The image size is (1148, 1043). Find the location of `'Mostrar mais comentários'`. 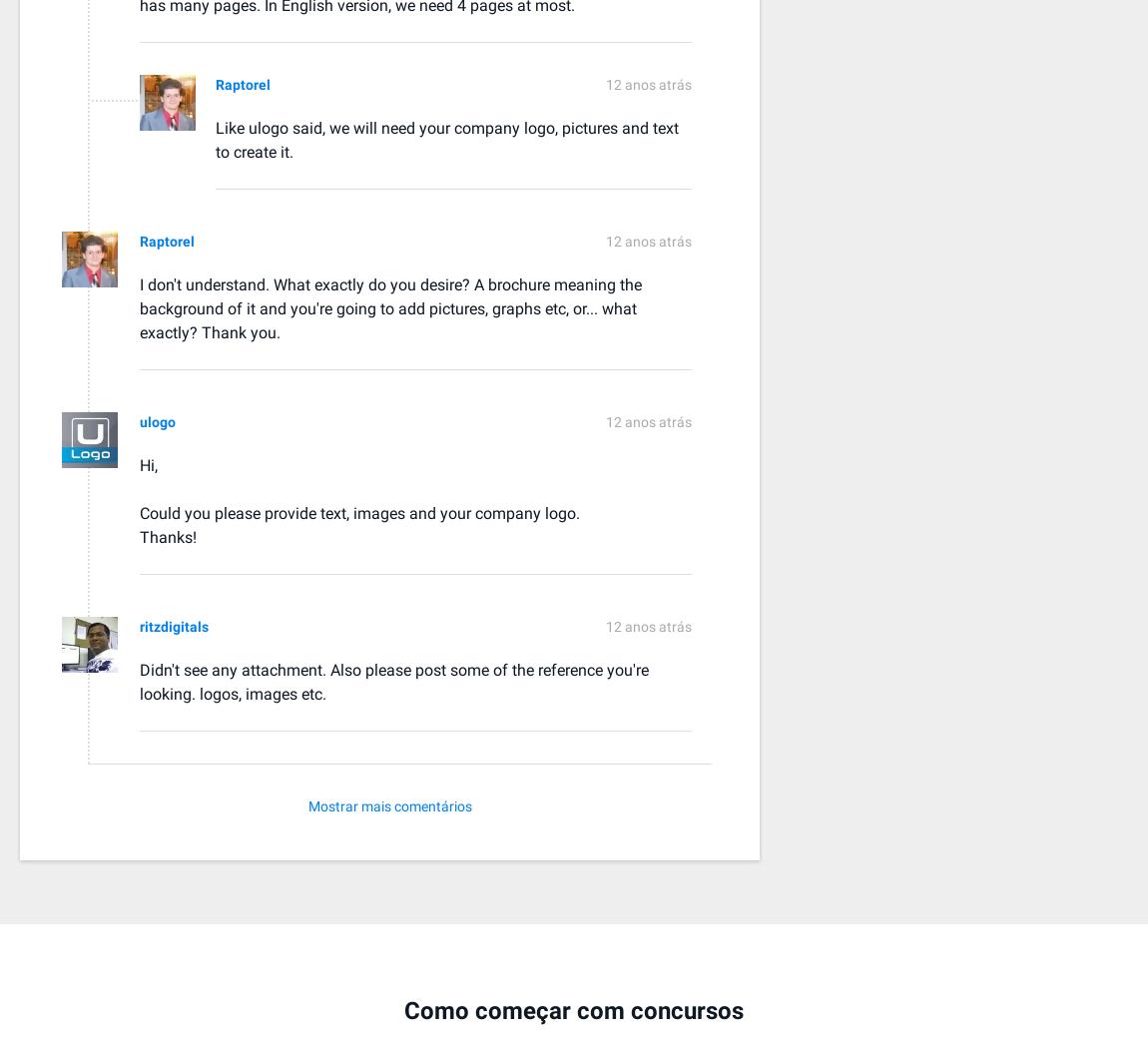

'Mostrar mais comentários' is located at coordinates (388, 804).